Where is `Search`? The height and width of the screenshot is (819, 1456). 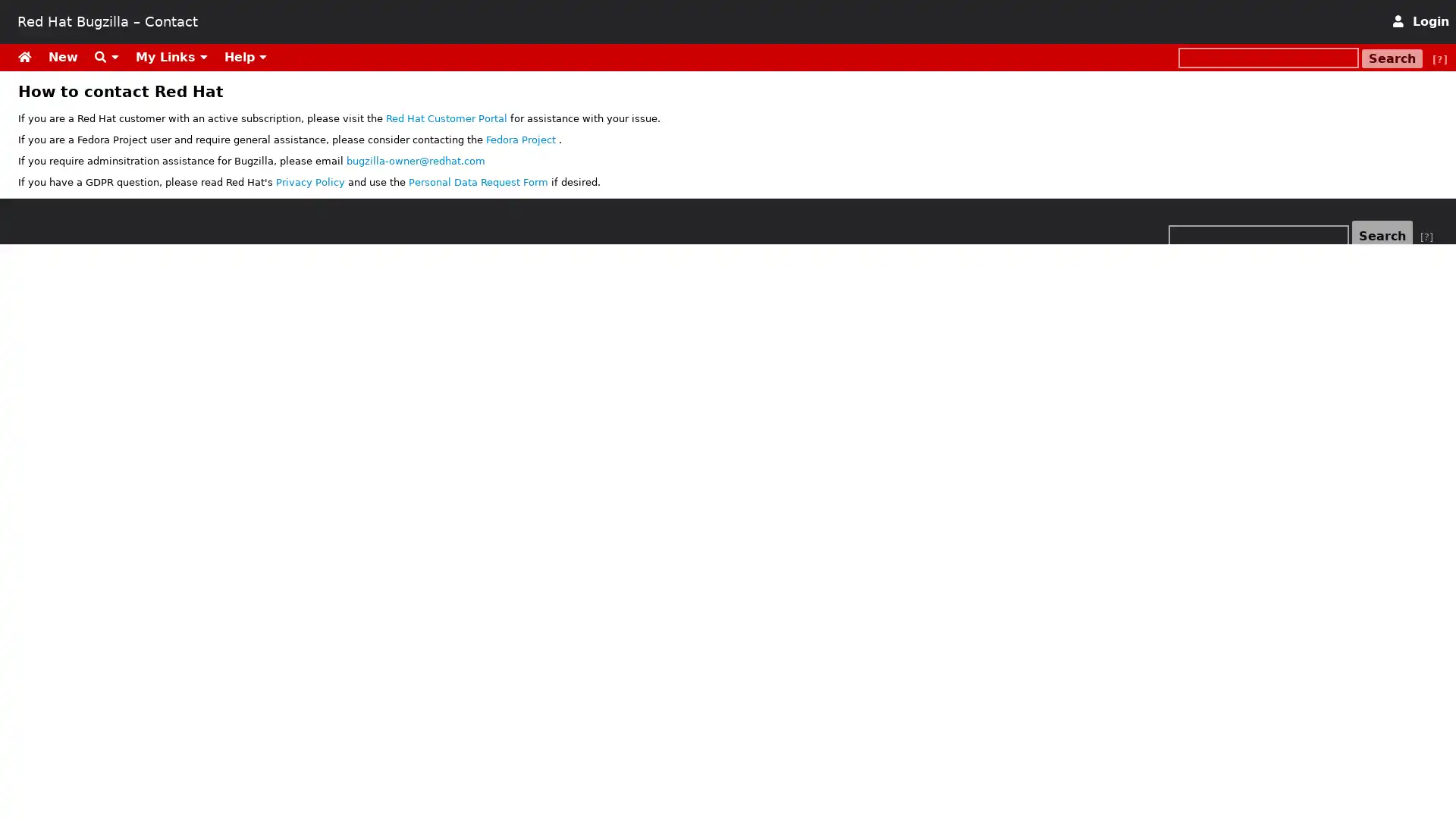 Search is located at coordinates (1382, 236).